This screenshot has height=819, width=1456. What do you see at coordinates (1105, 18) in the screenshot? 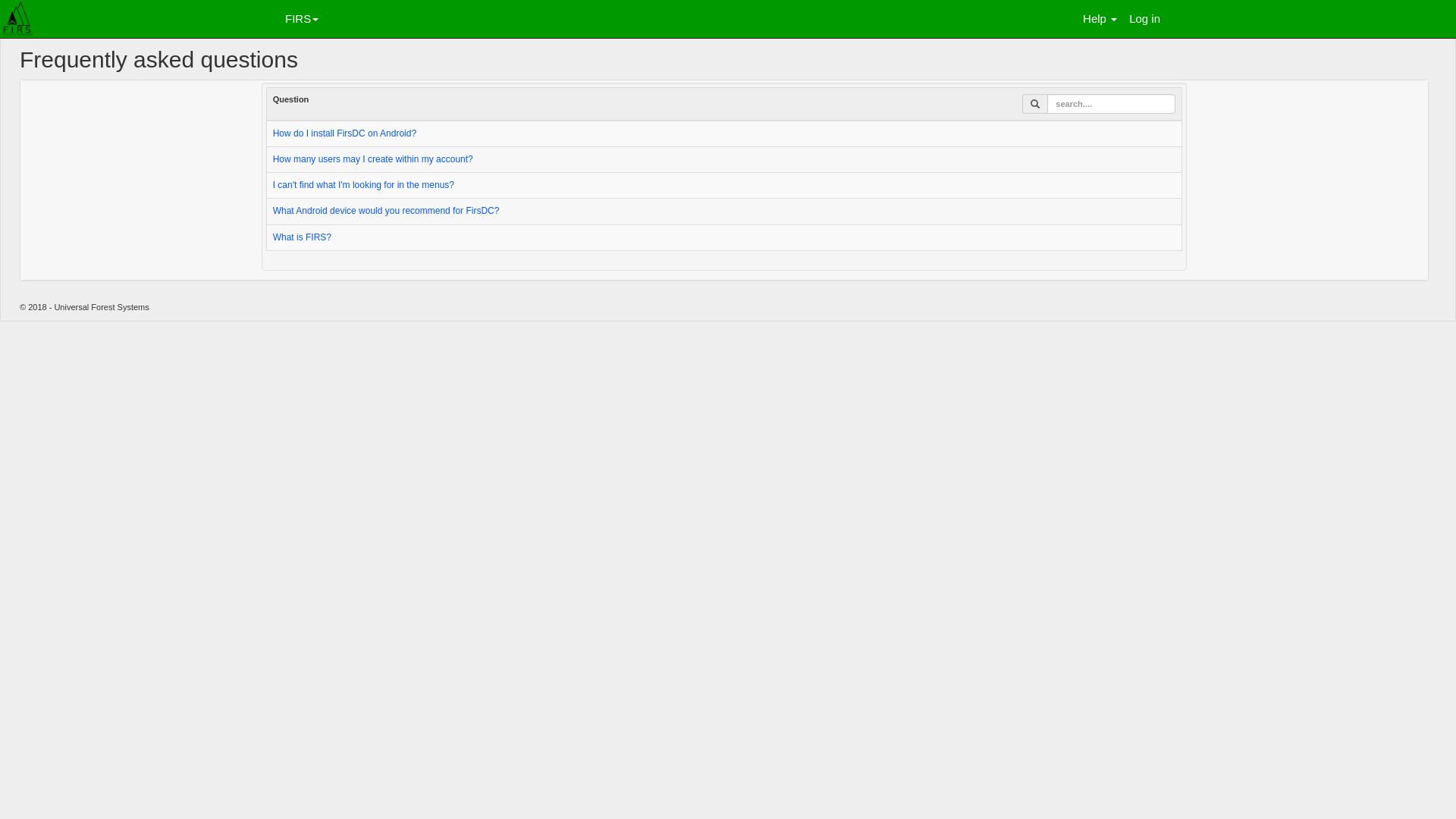
I see `'Help'` at bounding box center [1105, 18].